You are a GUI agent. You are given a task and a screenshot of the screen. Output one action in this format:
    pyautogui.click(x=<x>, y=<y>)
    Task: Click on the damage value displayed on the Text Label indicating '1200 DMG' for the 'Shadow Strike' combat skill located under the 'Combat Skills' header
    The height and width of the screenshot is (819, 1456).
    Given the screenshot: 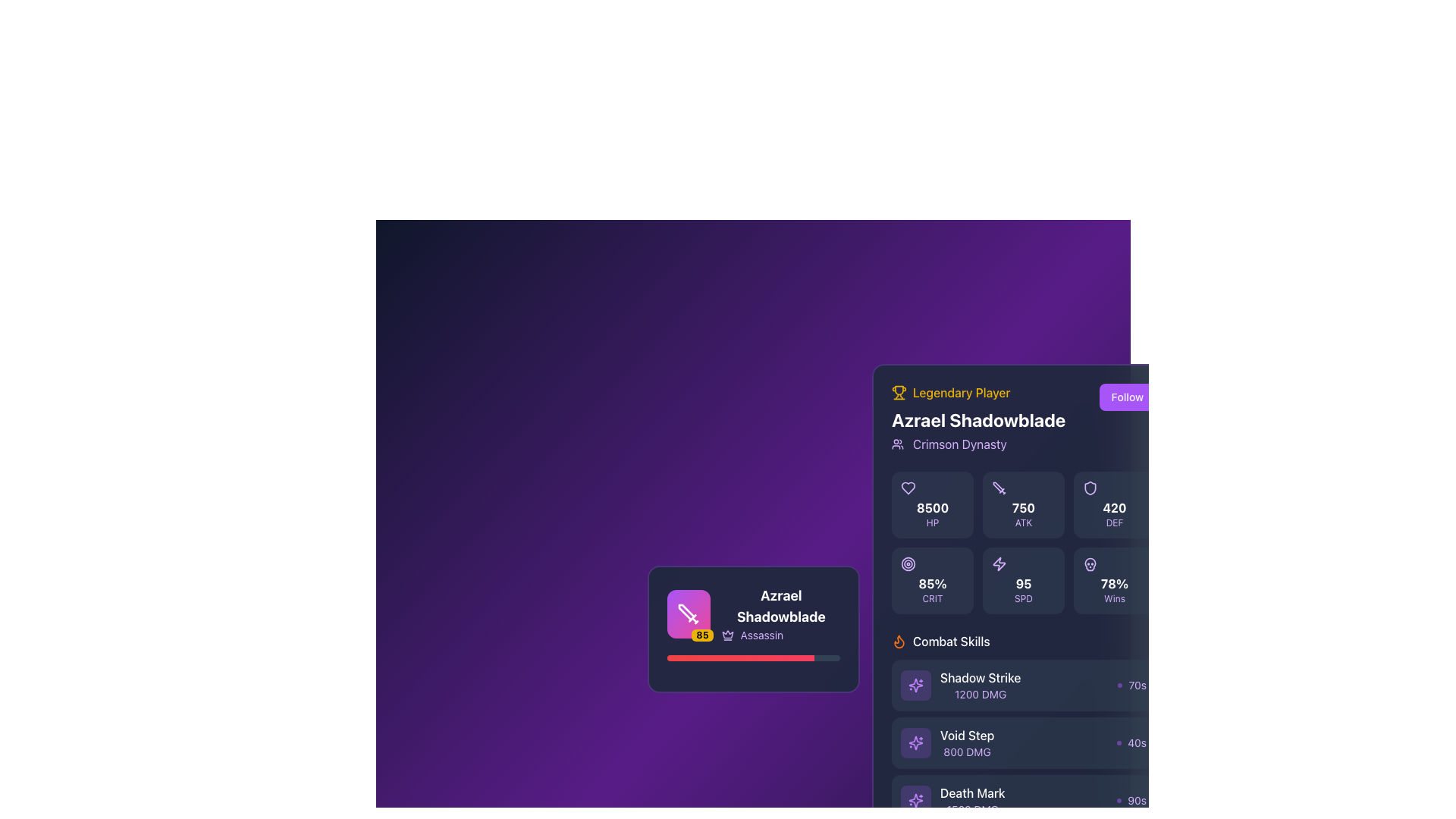 What is the action you would take?
    pyautogui.click(x=980, y=694)
    